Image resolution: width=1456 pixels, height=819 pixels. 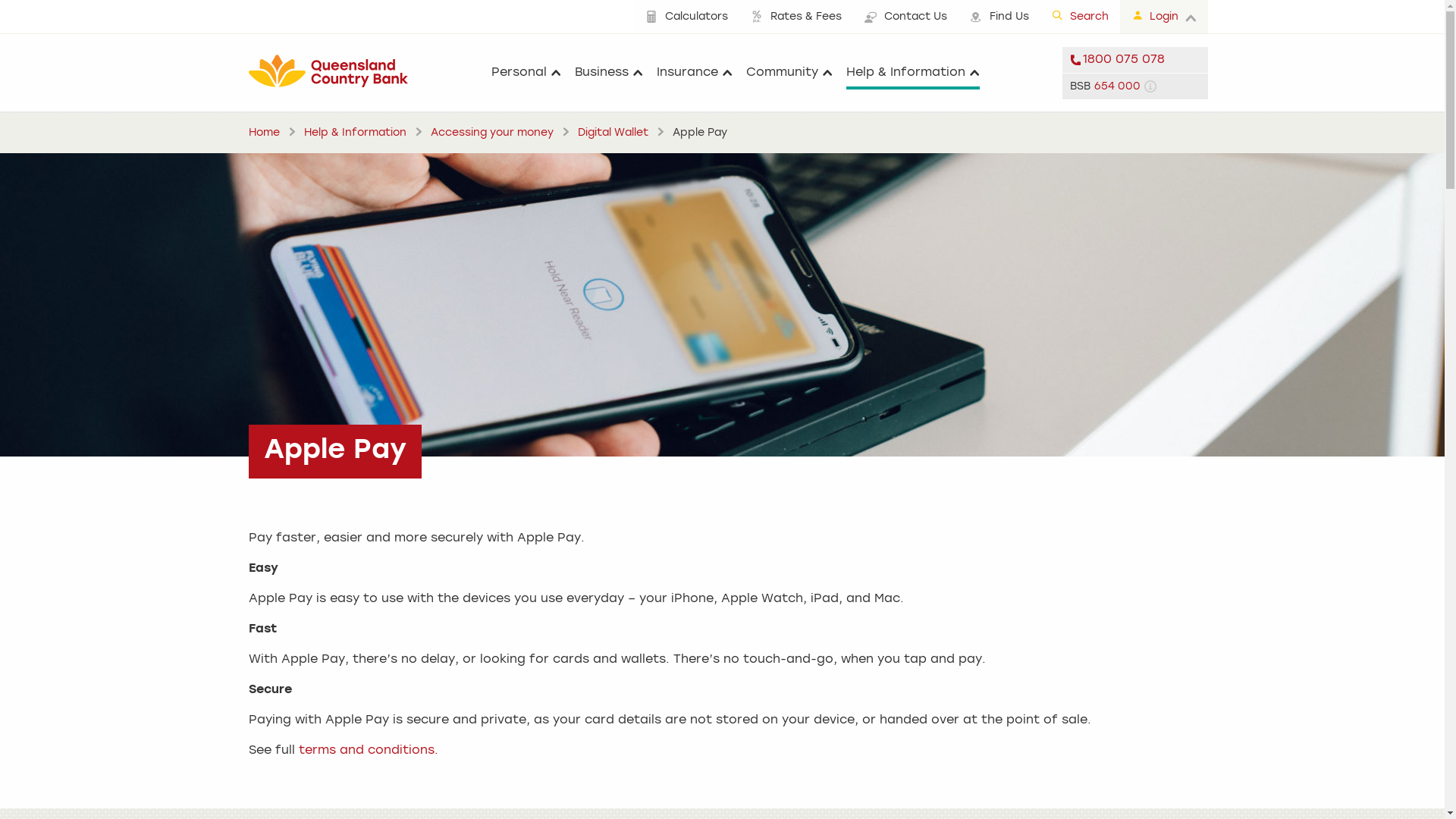 I want to click on 'Login', so click(x=1163, y=17).